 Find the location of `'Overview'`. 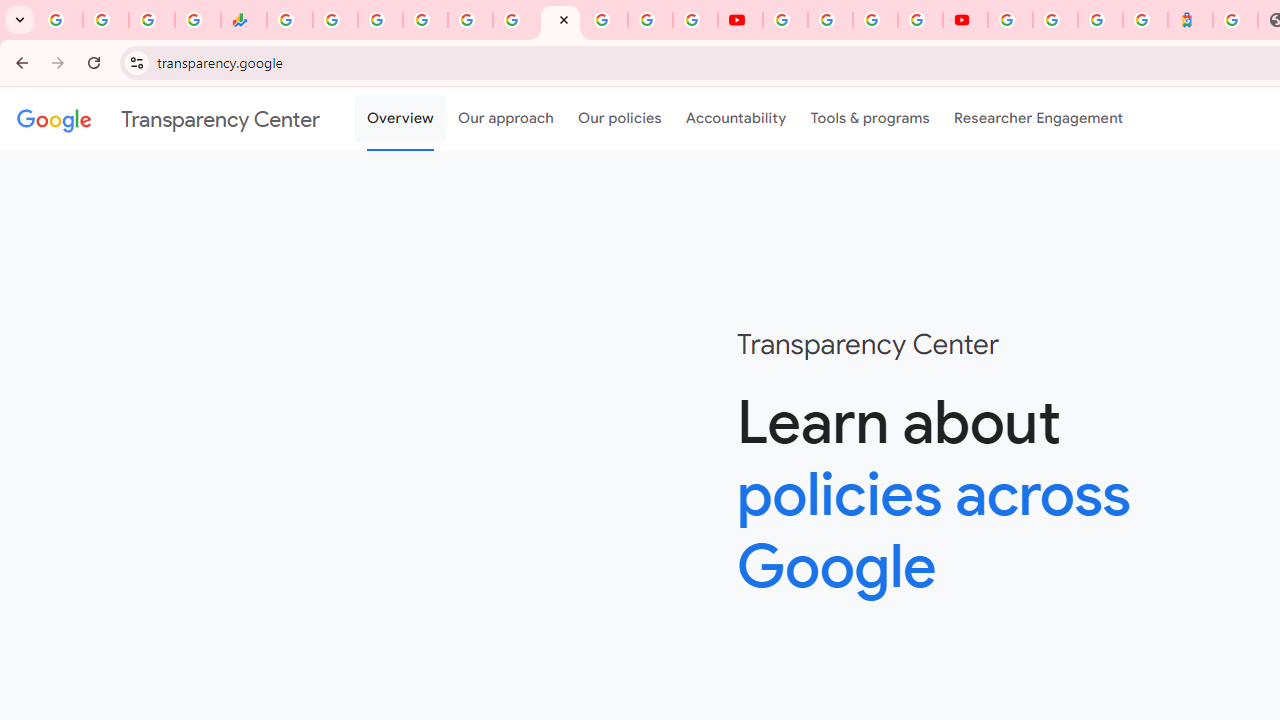

'Overview' is located at coordinates (400, 119).